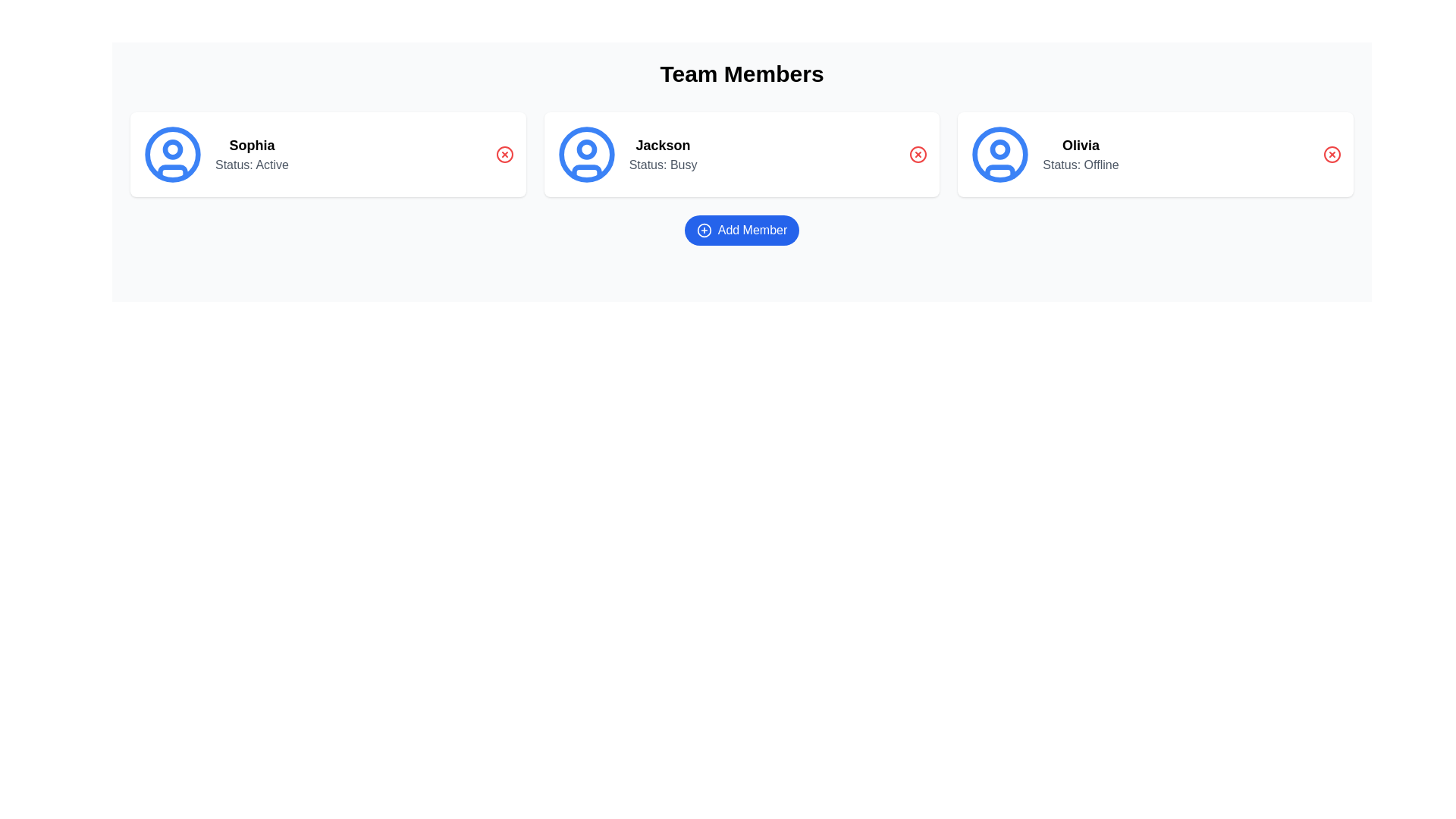  What do you see at coordinates (1043, 155) in the screenshot?
I see `the user information card for 'Olivia', which is the third card in a horizontal layout, to select it` at bounding box center [1043, 155].